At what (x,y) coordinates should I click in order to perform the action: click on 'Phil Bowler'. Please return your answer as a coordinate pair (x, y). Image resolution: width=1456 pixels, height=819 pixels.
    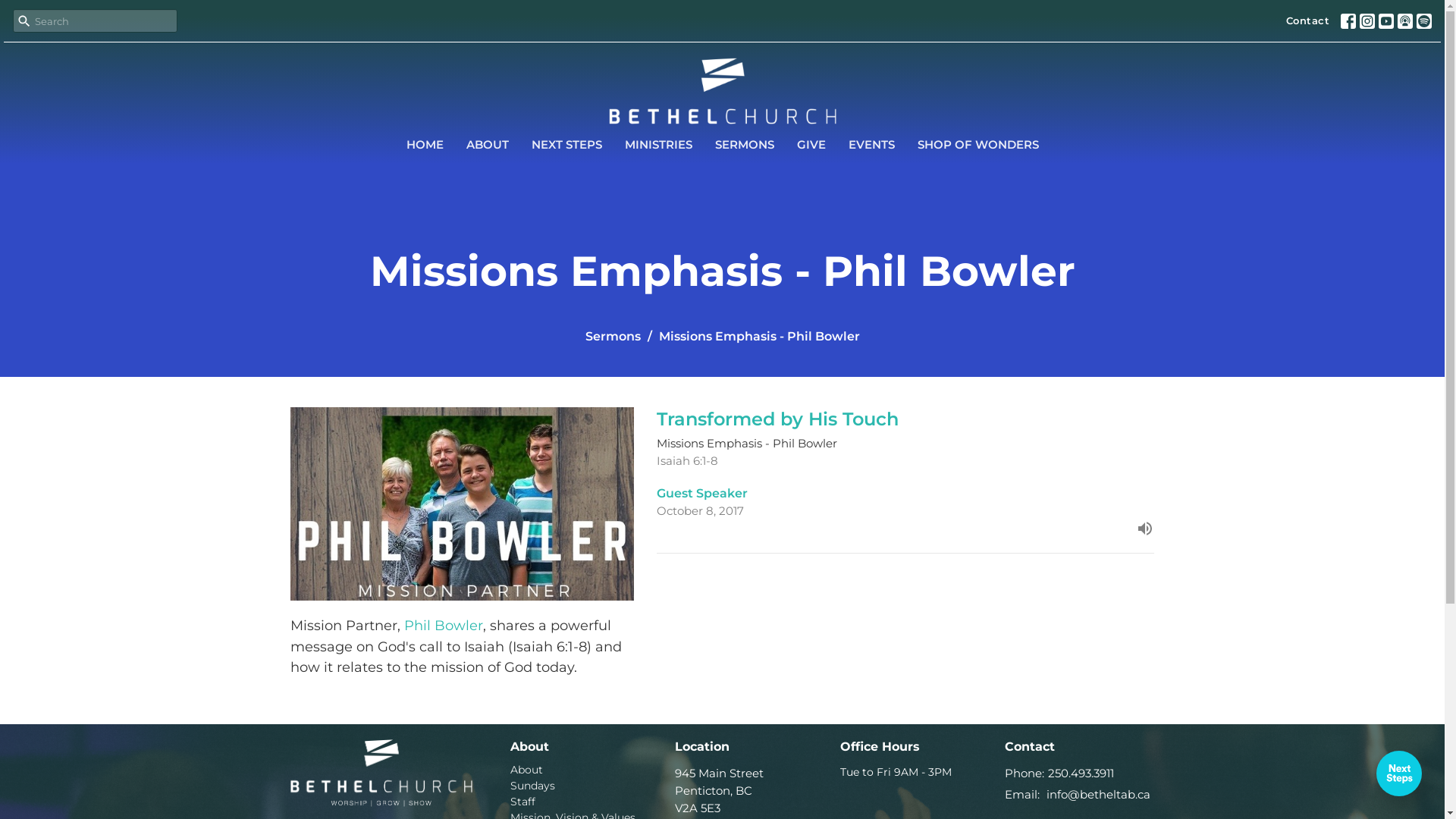
    Looking at the image, I should click on (442, 626).